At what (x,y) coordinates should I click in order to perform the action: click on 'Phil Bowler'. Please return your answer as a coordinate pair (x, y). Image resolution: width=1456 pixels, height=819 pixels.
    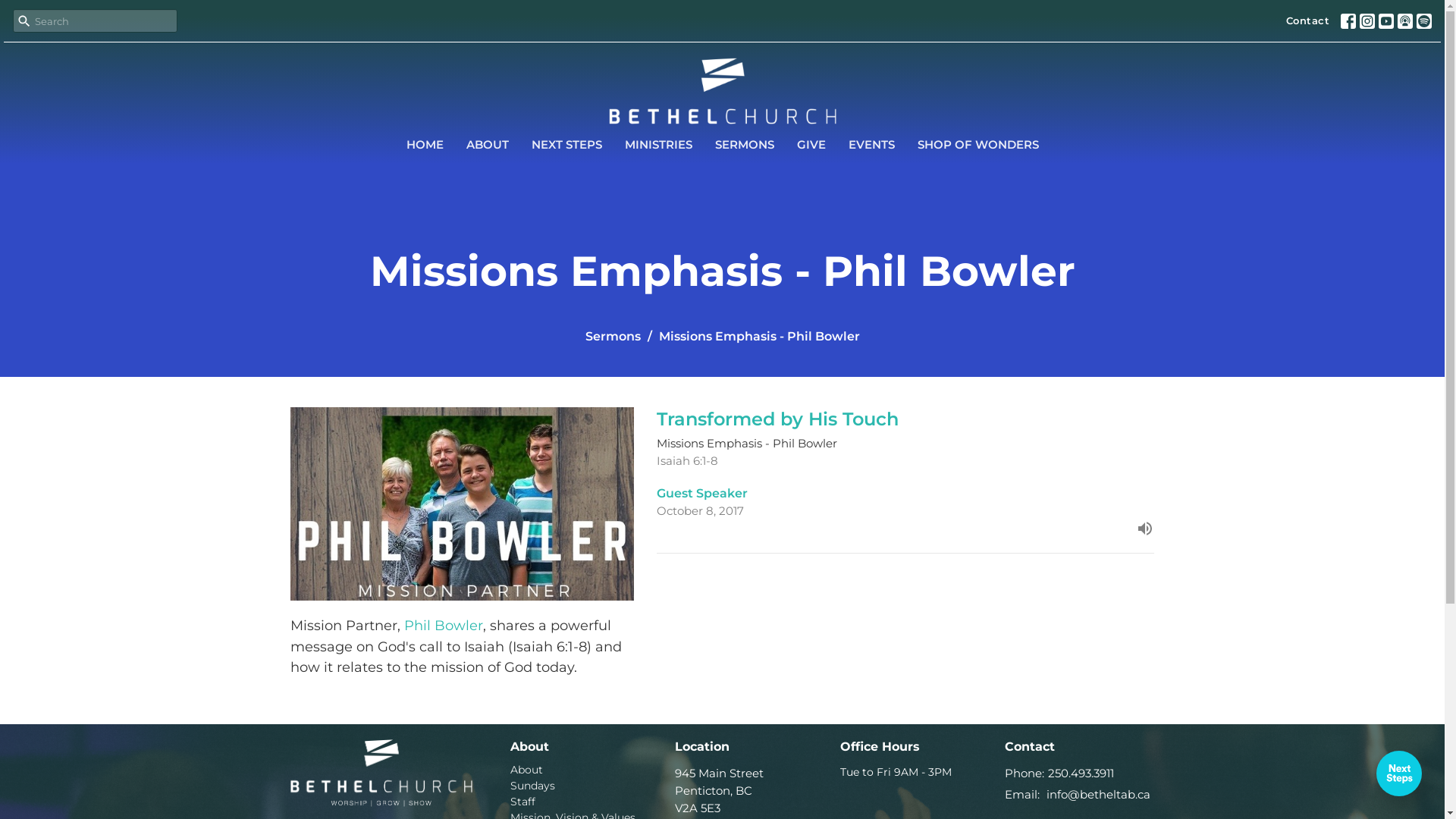
    Looking at the image, I should click on (442, 626).